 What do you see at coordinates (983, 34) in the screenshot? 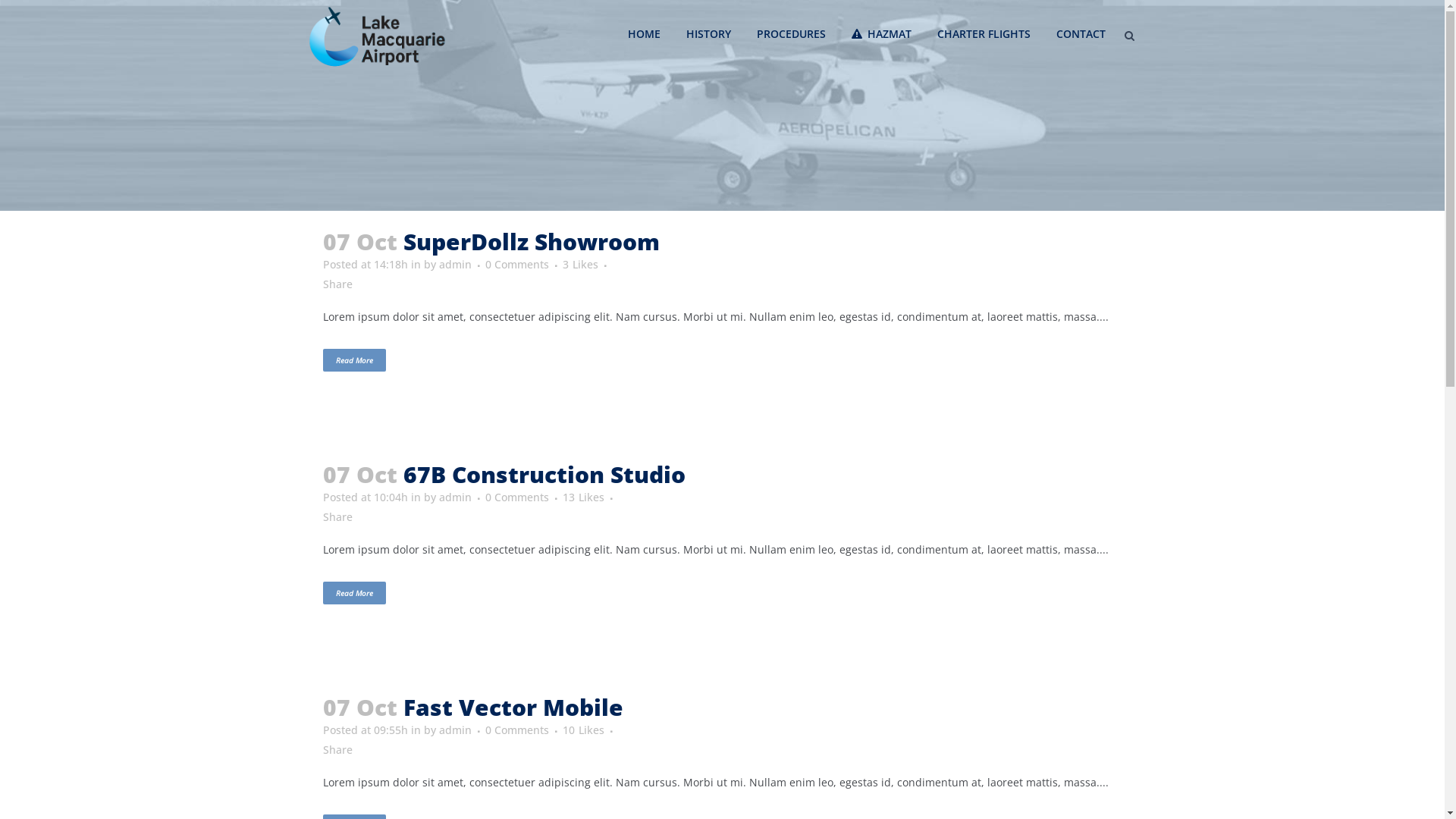
I see `'CHARTER FLIGHTS'` at bounding box center [983, 34].